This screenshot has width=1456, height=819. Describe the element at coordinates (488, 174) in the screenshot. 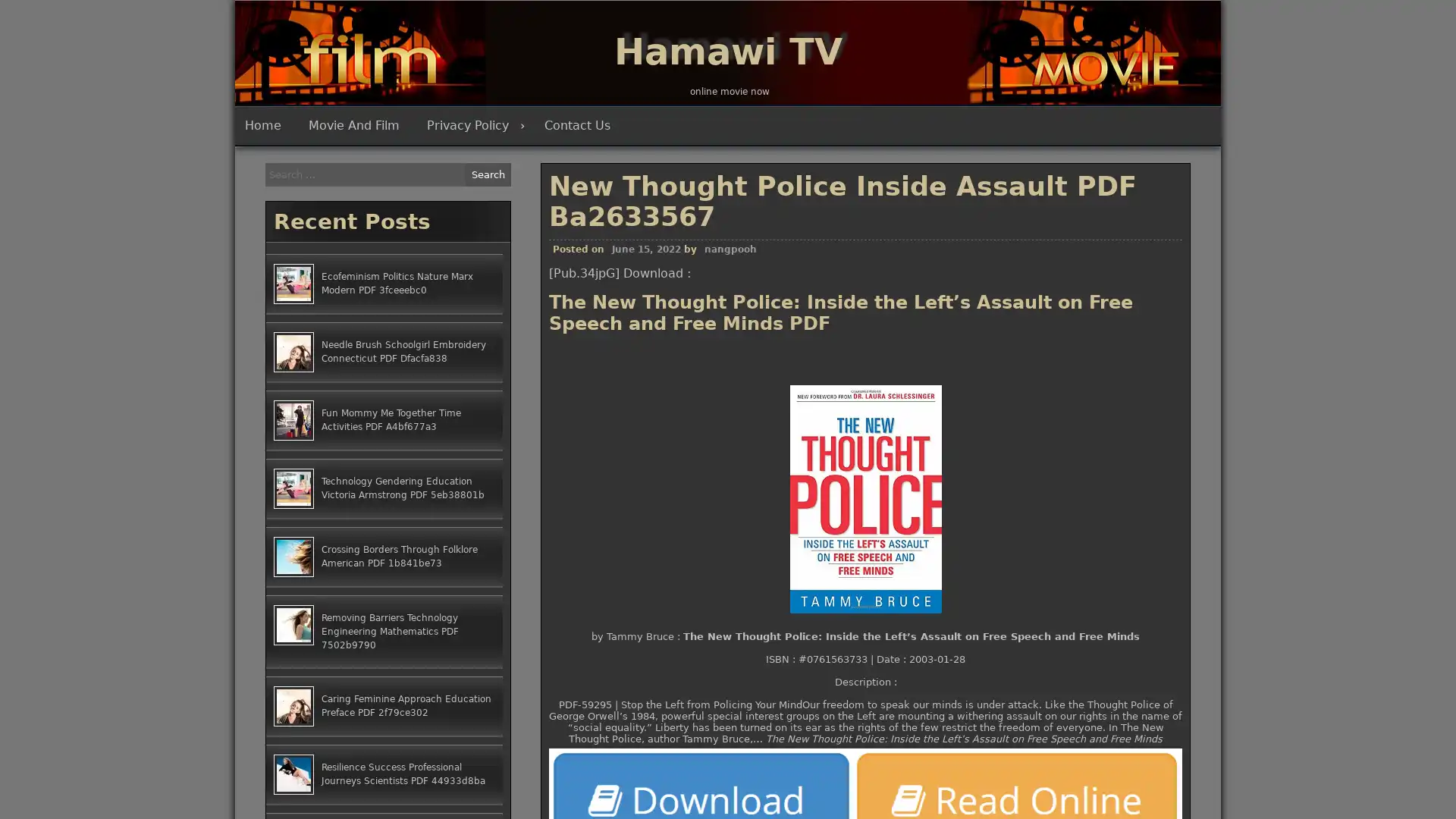

I see `Search` at that location.